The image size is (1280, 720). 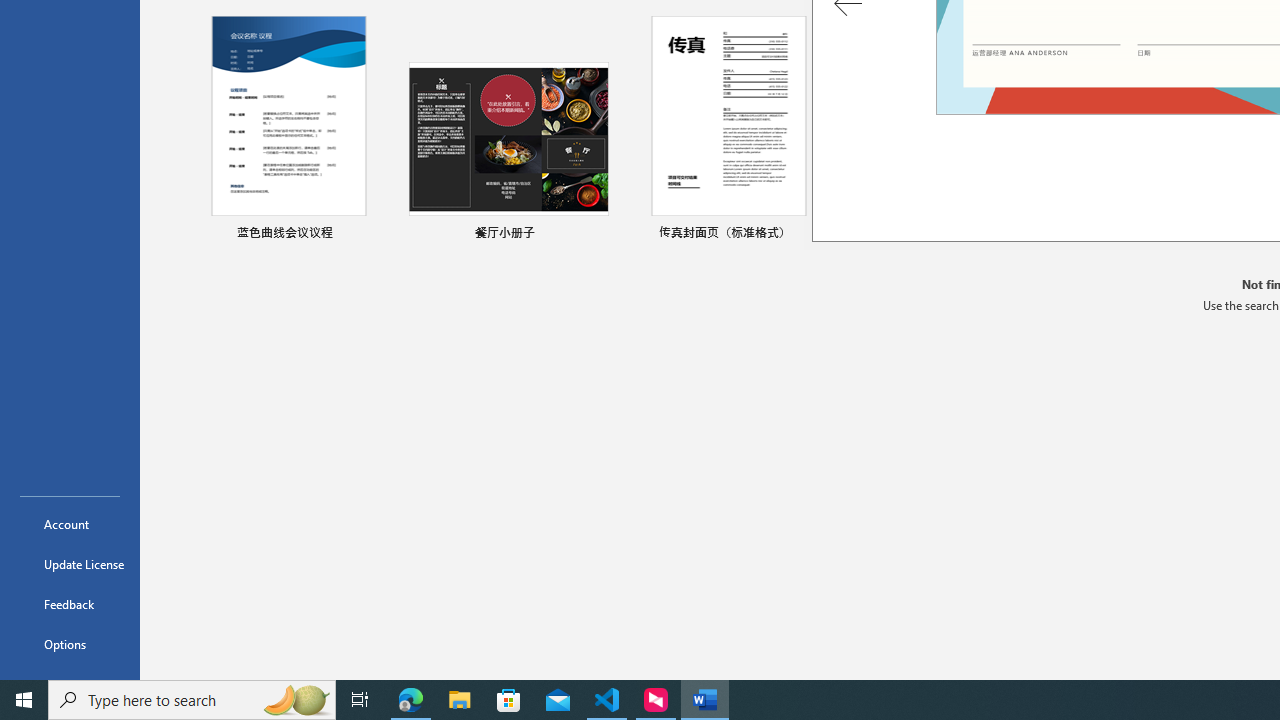 I want to click on 'Account', so click(x=69, y=523).